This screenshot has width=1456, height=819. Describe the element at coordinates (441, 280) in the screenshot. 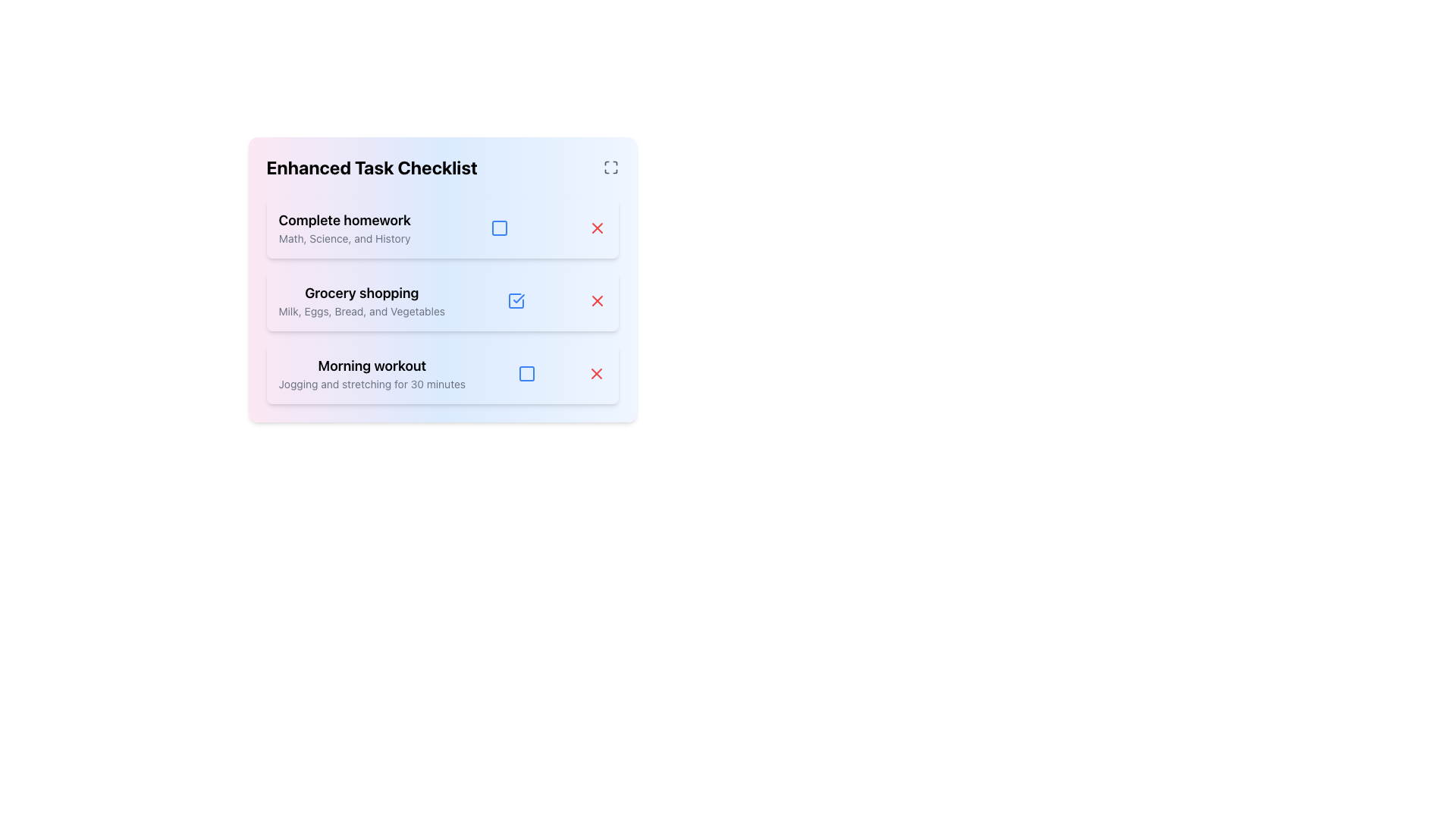

I see `the second checklist item` at that location.